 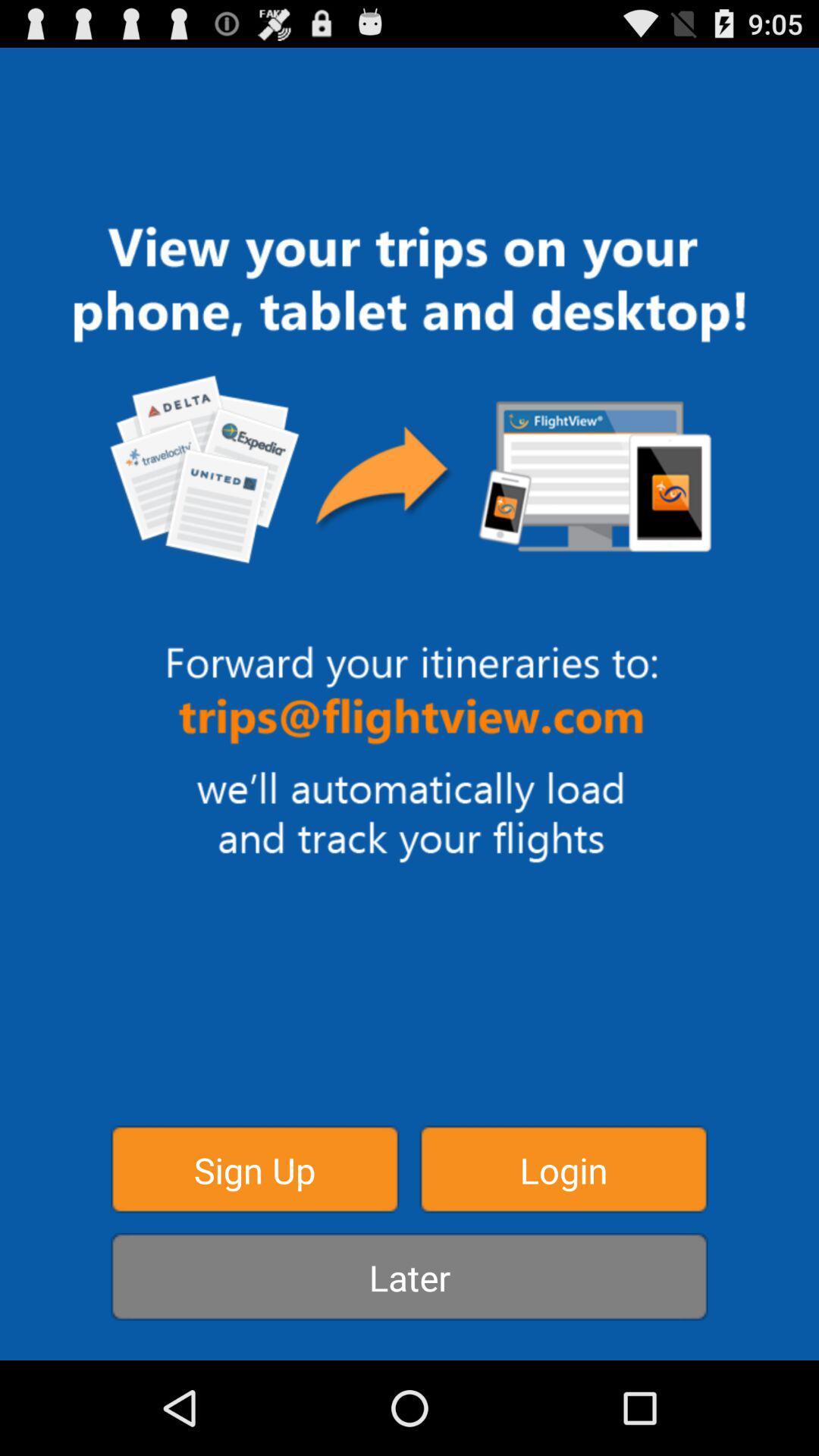 I want to click on sign up button, so click(x=254, y=1168).